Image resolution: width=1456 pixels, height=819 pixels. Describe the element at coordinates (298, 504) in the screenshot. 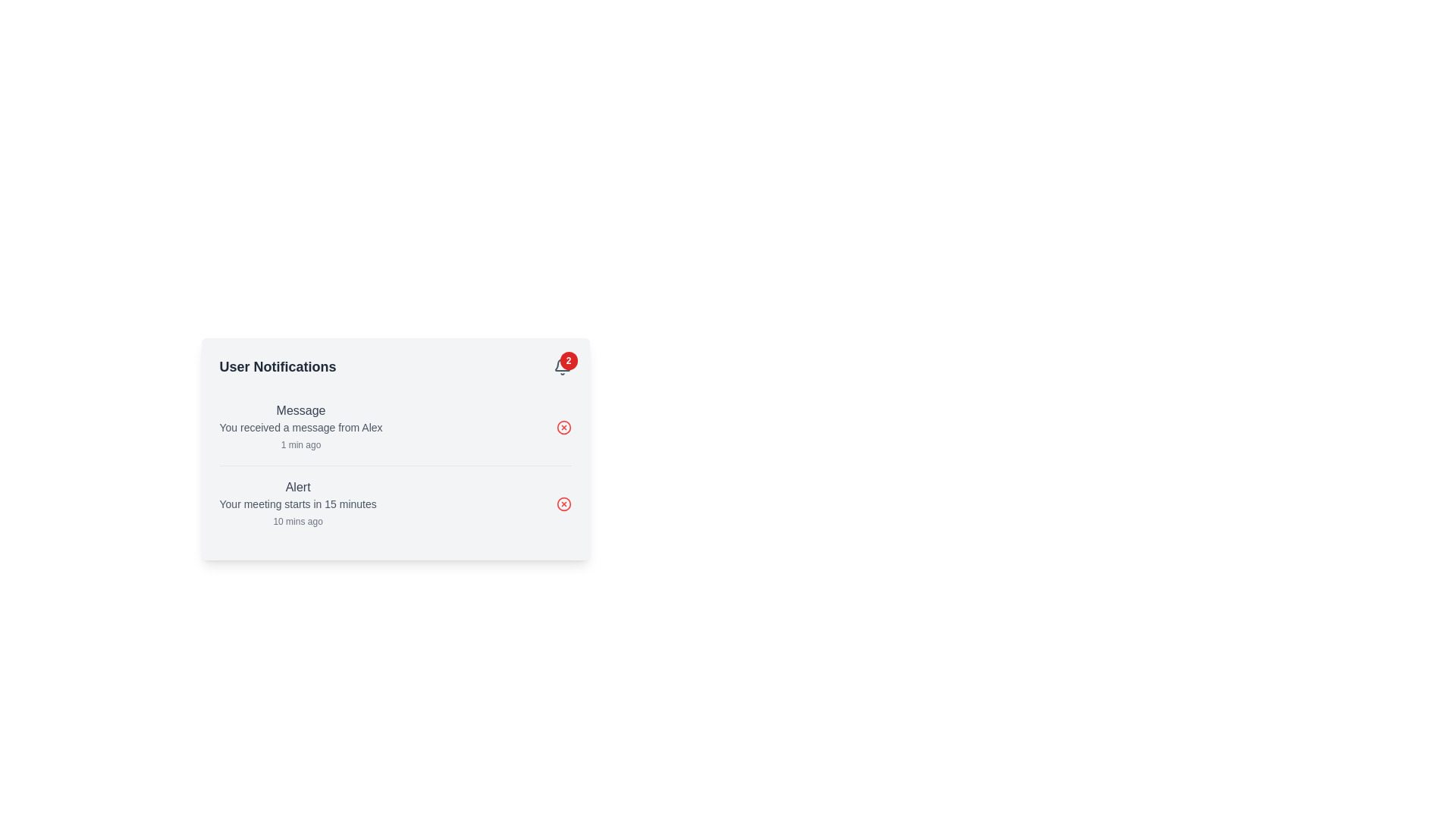

I see `the text message saying 'Your meeting starts in 15 minutes' located in the notification panel under the title 'Alert'` at that location.